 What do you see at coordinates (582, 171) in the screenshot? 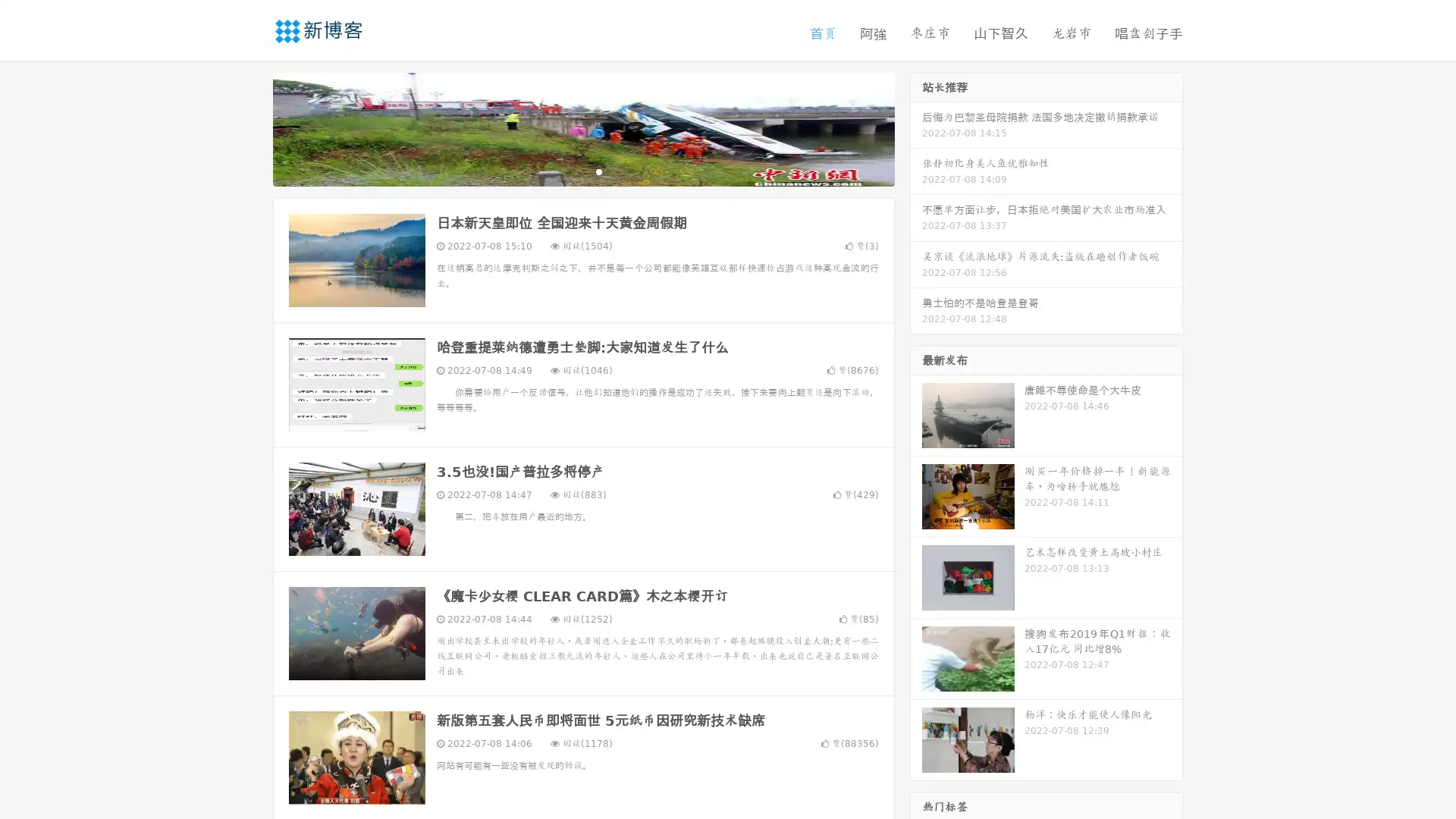
I see `Go to slide 2` at bounding box center [582, 171].